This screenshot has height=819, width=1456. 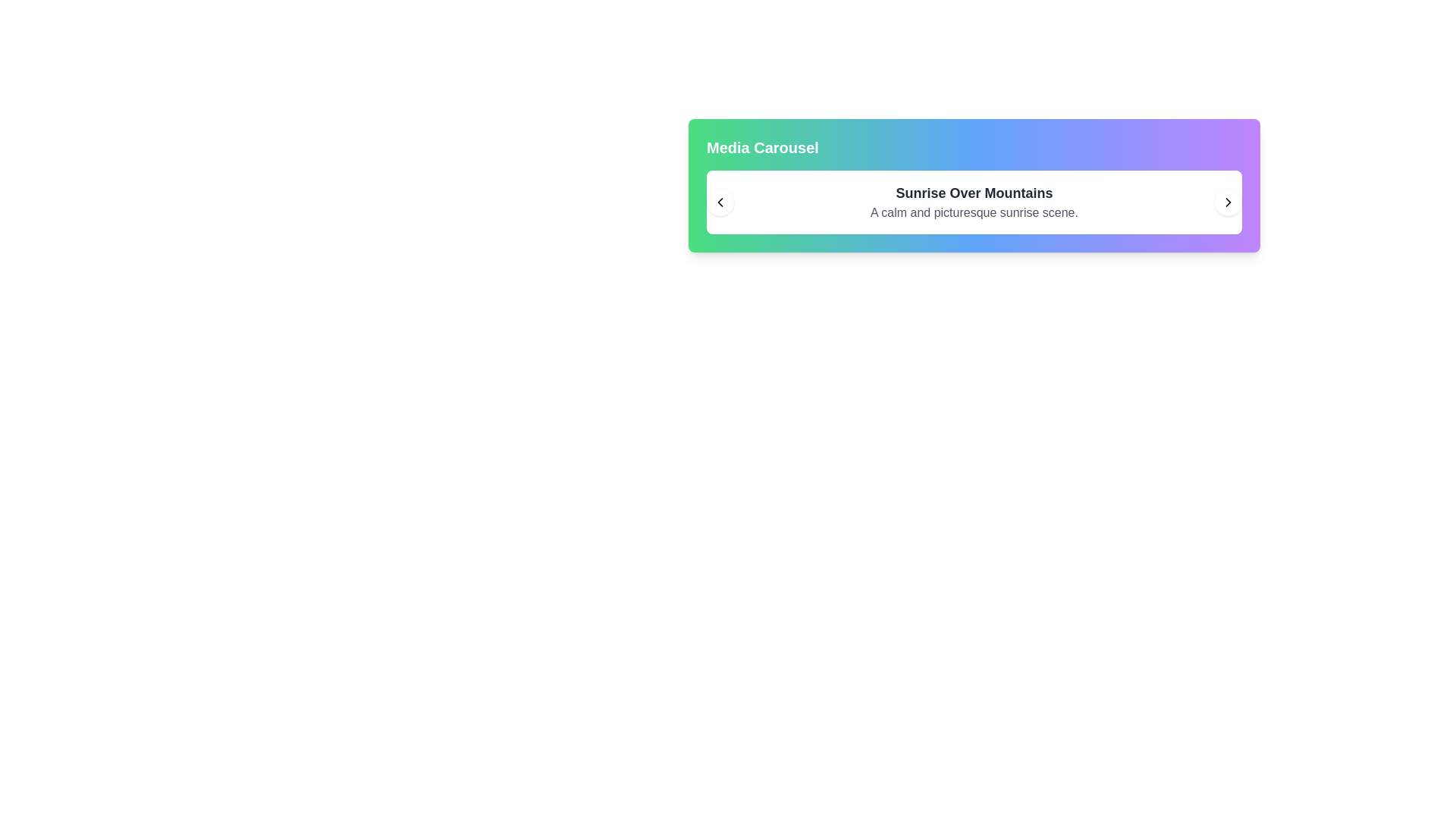 What do you see at coordinates (974, 213) in the screenshot?
I see `the static text element displaying 'A calm and picturesque sunrise scene.' which is located beneath the heading 'Sunrise Over Mountains'` at bounding box center [974, 213].